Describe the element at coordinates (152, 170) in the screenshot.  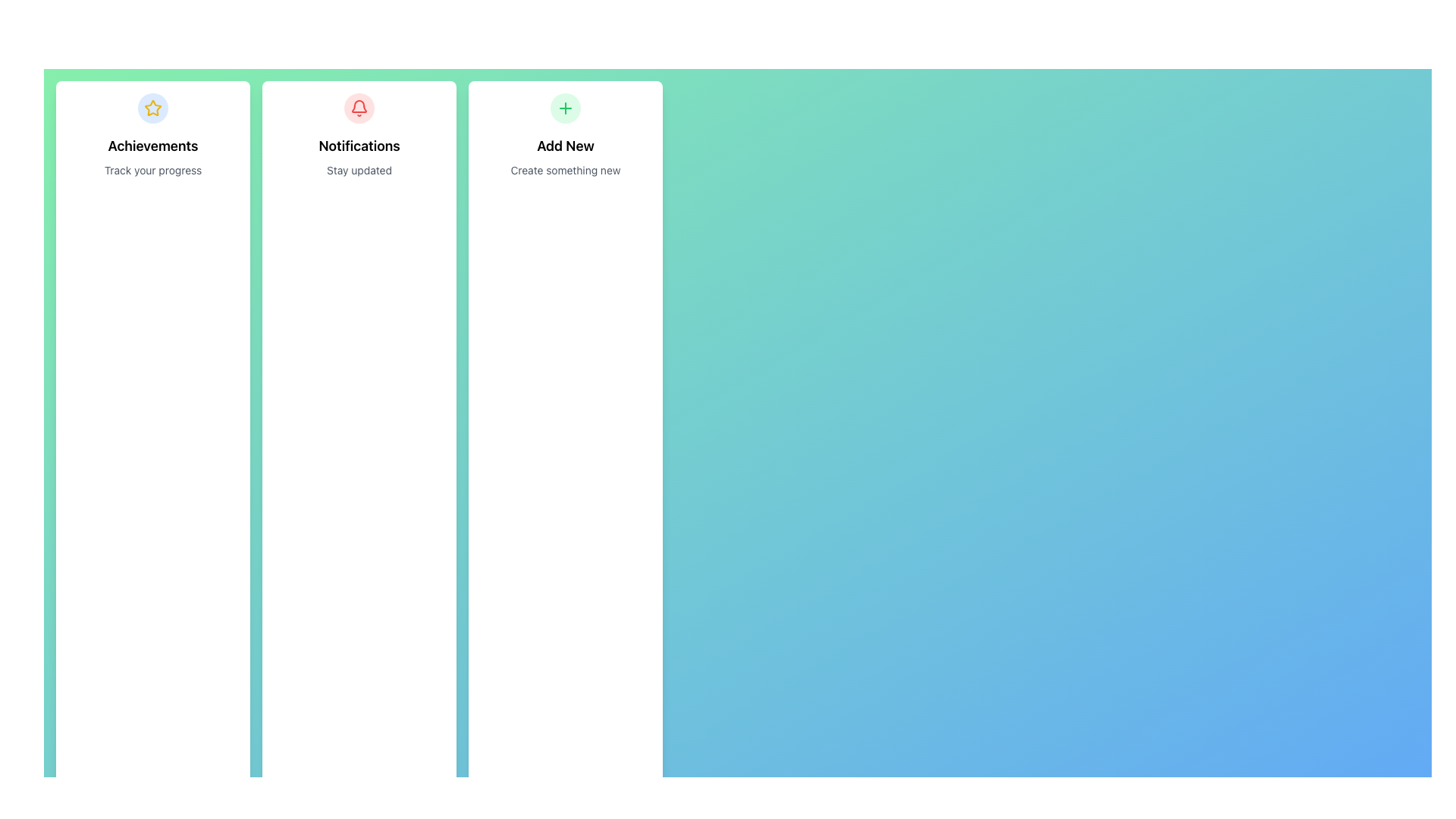
I see `the static text label that provides additional context for the 'Achievements' section, located directly under the bold heading titled 'Achievements'` at that location.